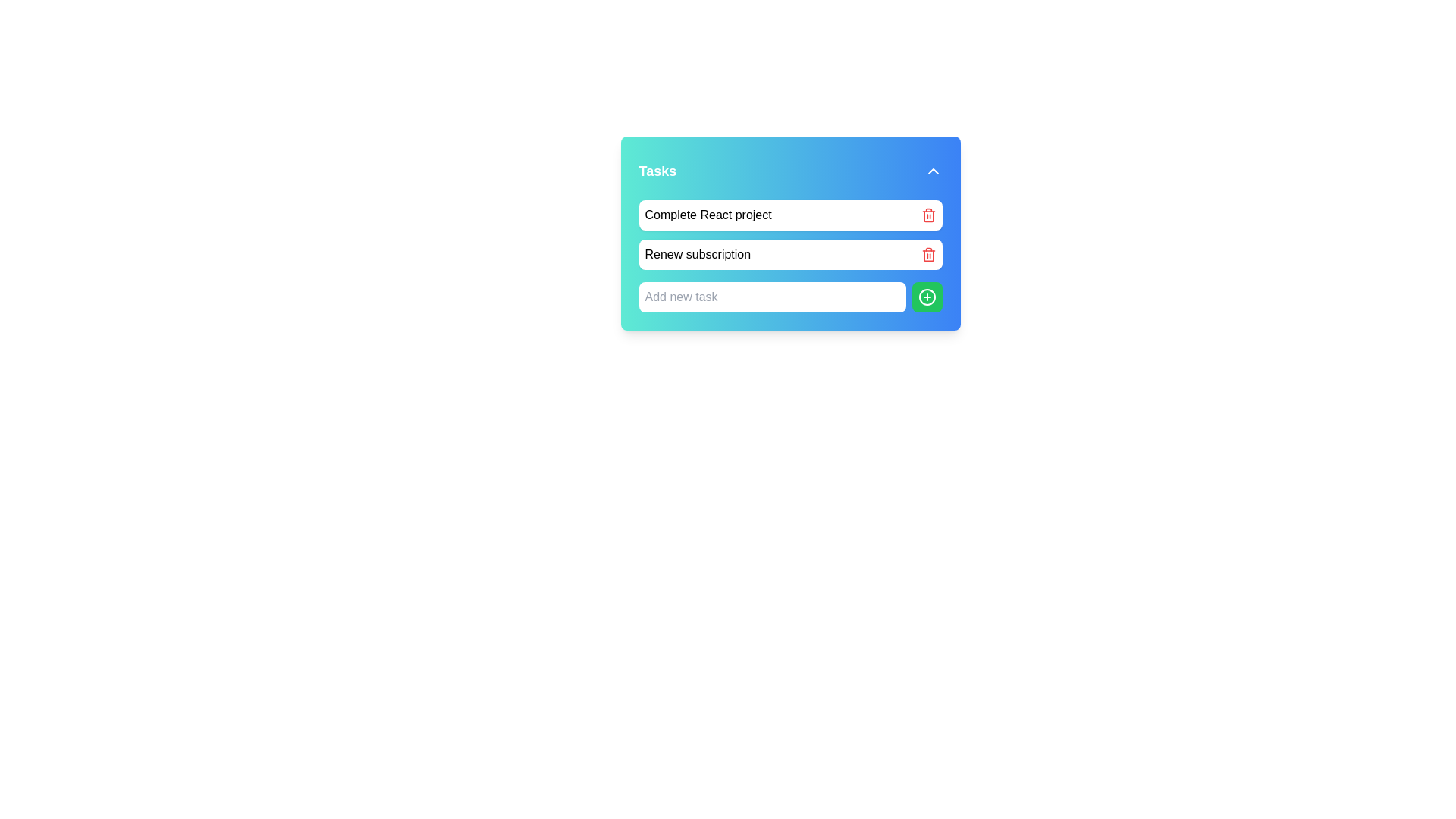  Describe the element at coordinates (697, 253) in the screenshot. I see `the static text label that represents a specific task within the task list, located below the 'Complete React project' task item` at that location.